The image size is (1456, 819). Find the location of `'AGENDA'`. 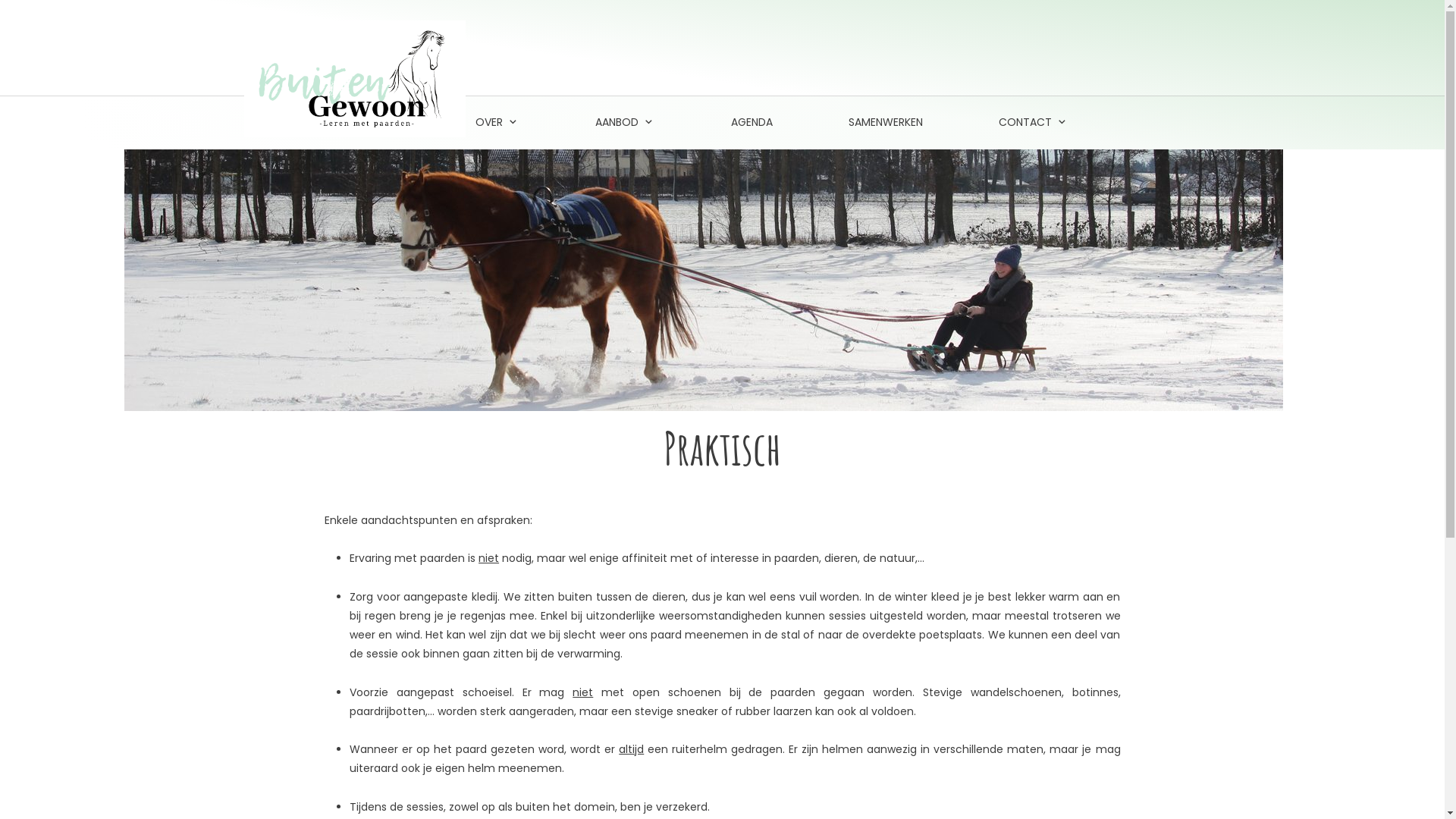

'AGENDA' is located at coordinates (752, 122).